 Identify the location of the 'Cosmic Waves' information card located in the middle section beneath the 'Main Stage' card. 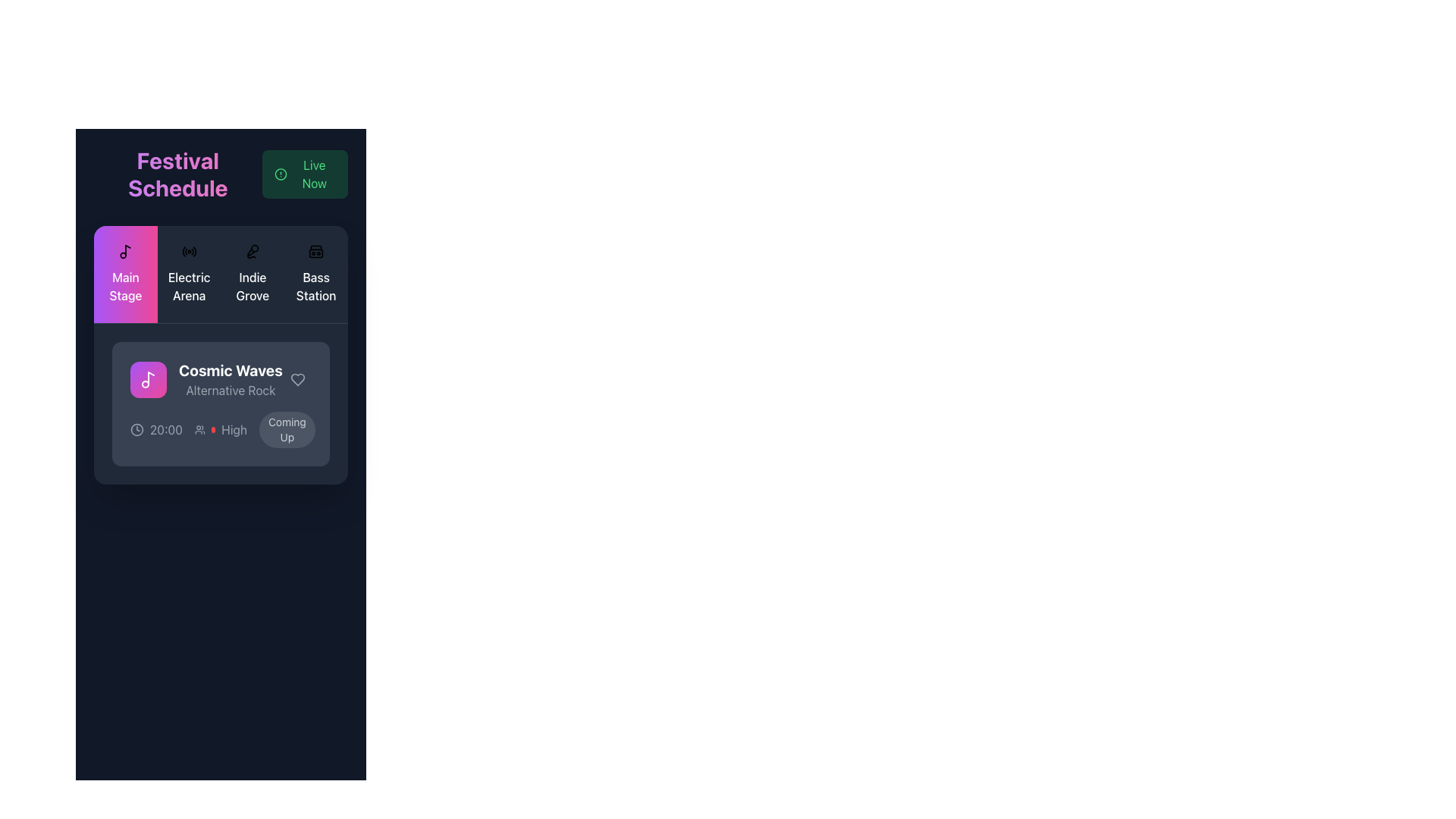
(220, 403).